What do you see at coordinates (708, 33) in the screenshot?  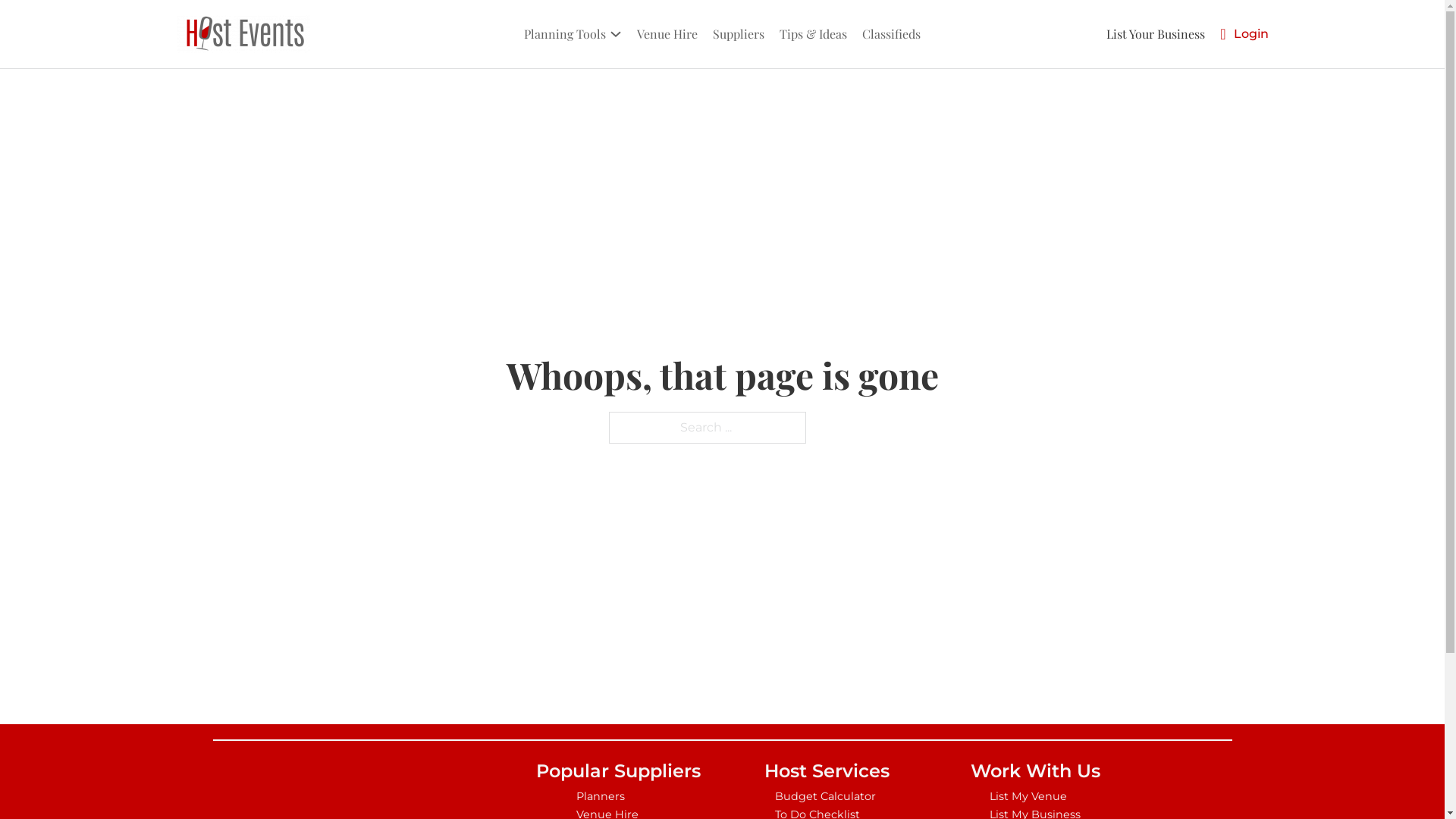 I see `'Suppliers'` at bounding box center [708, 33].